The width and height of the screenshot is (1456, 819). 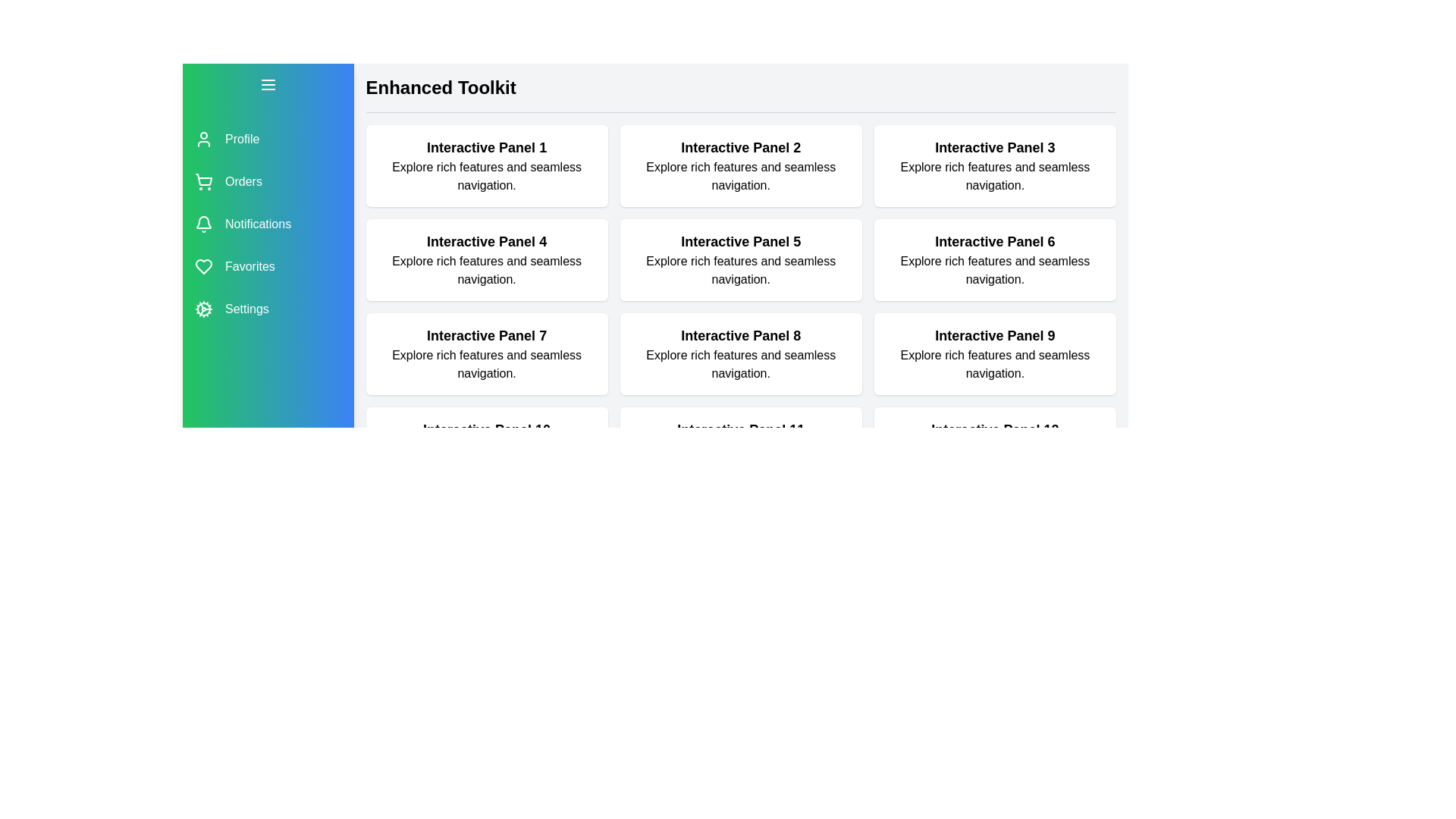 What do you see at coordinates (268, 180) in the screenshot?
I see `the menu item labeled Orders` at bounding box center [268, 180].